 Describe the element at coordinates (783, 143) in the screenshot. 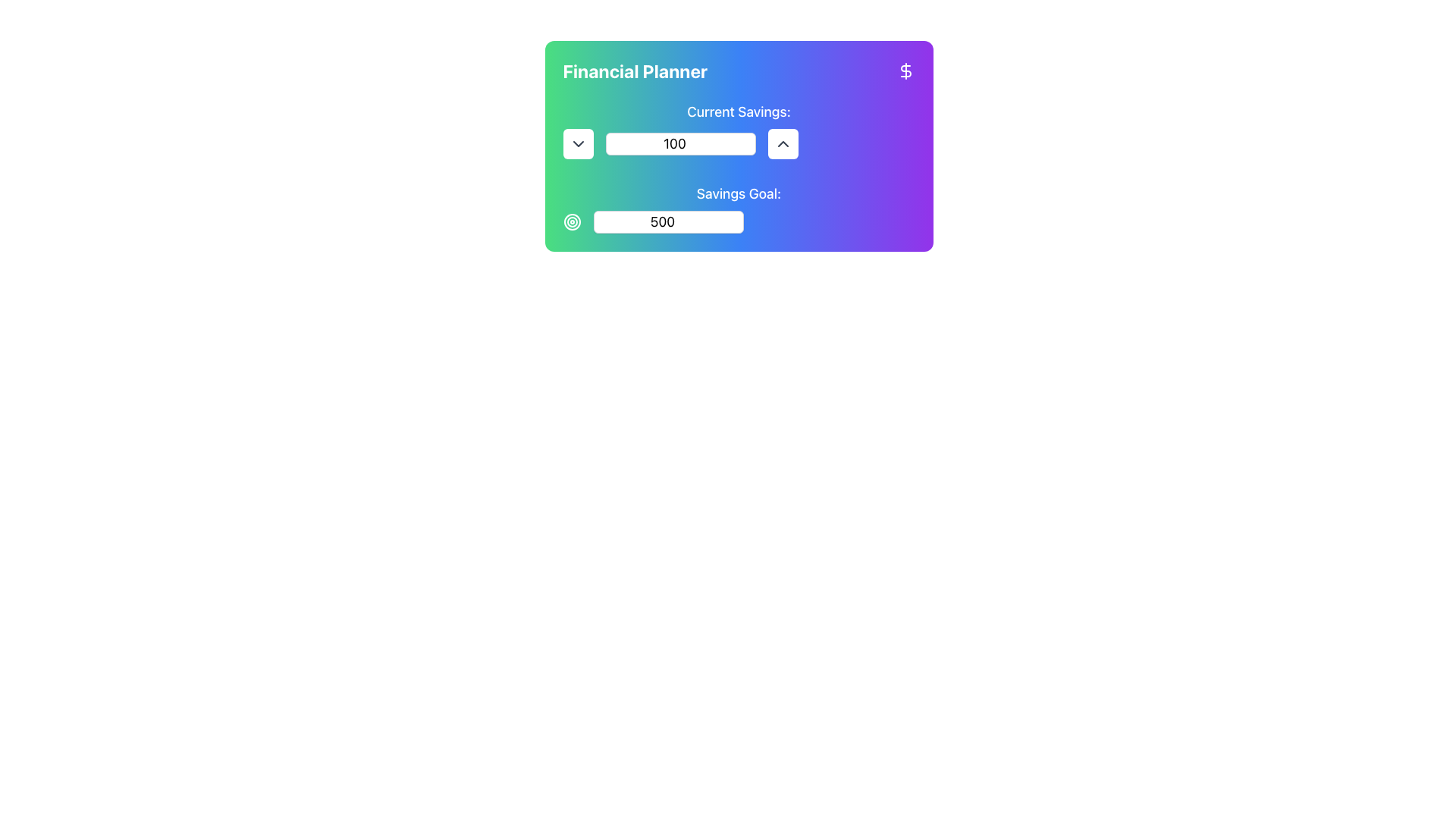

I see `the increment button located to the right of the number input box in the 'Financial Planner' layout to increase the numeric value` at that location.